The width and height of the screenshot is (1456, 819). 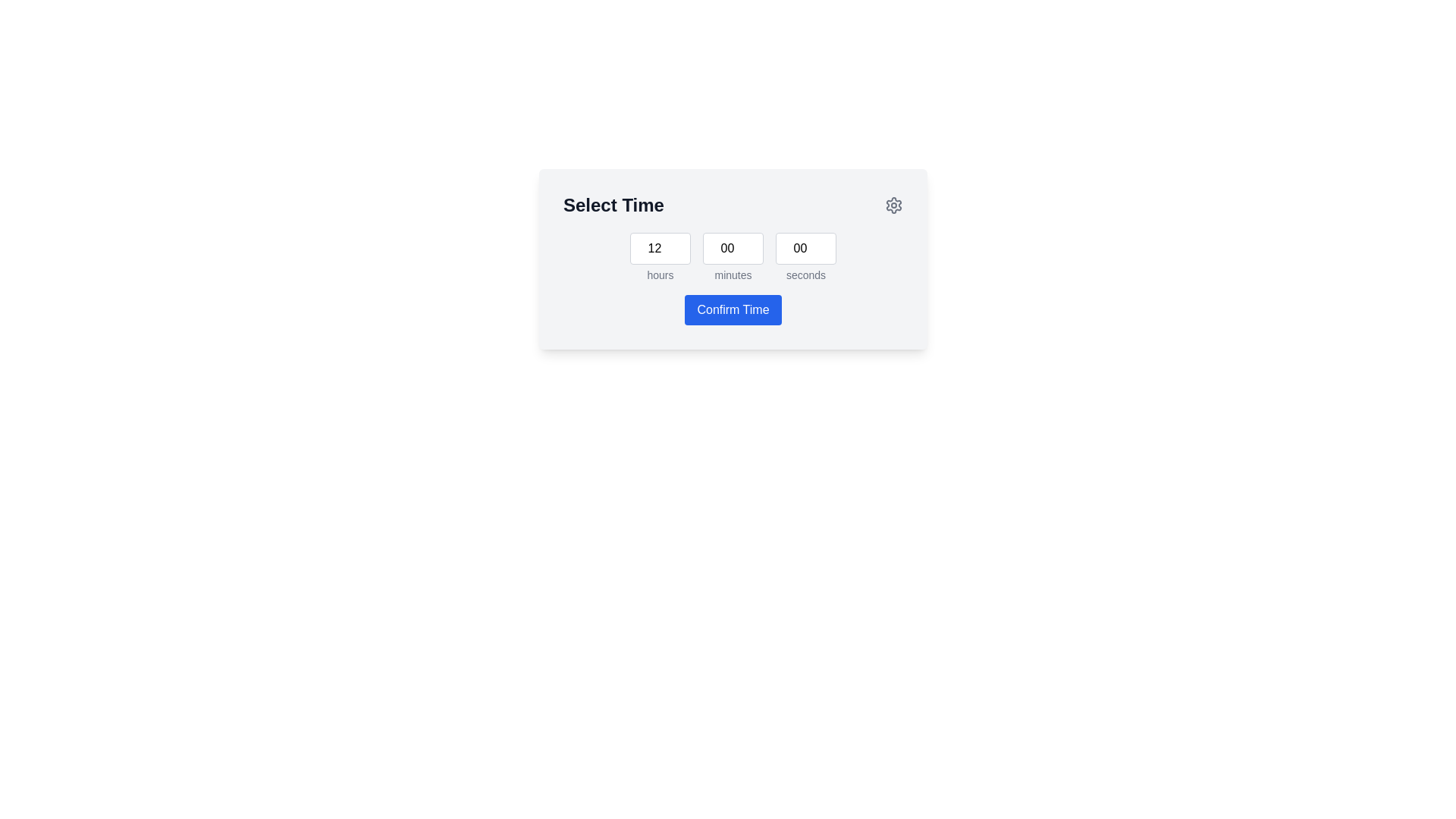 What do you see at coordinates (894, 205) in the screenshot?
I see `the settings icon button located in the upper-right section of the 'Select Time' modal` at bounding box center [894, 205].